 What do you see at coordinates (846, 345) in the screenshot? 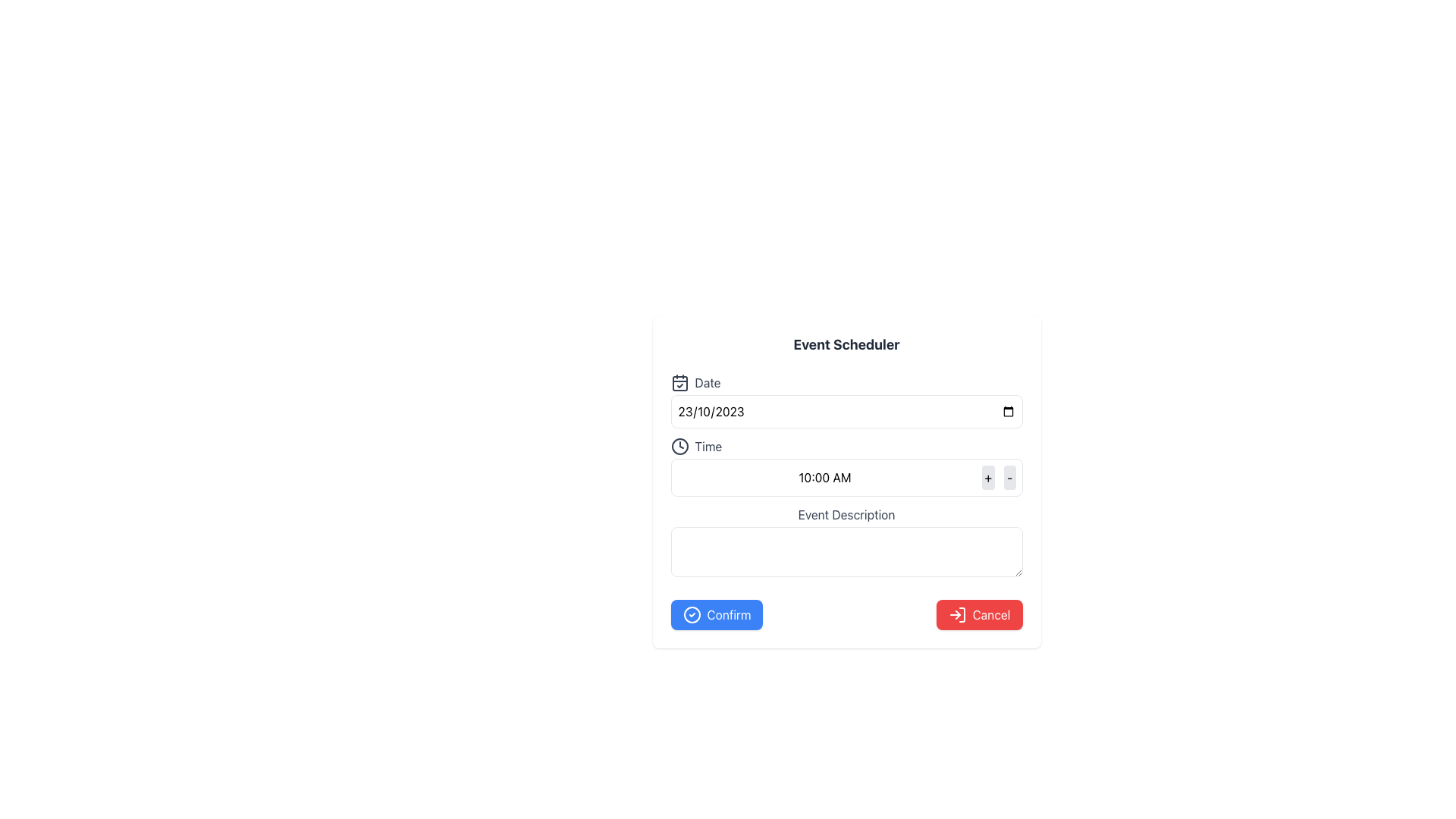
I see `the bold title text 'Event Scheduler' at the top of the card interface` at bounding box center [846, 345].